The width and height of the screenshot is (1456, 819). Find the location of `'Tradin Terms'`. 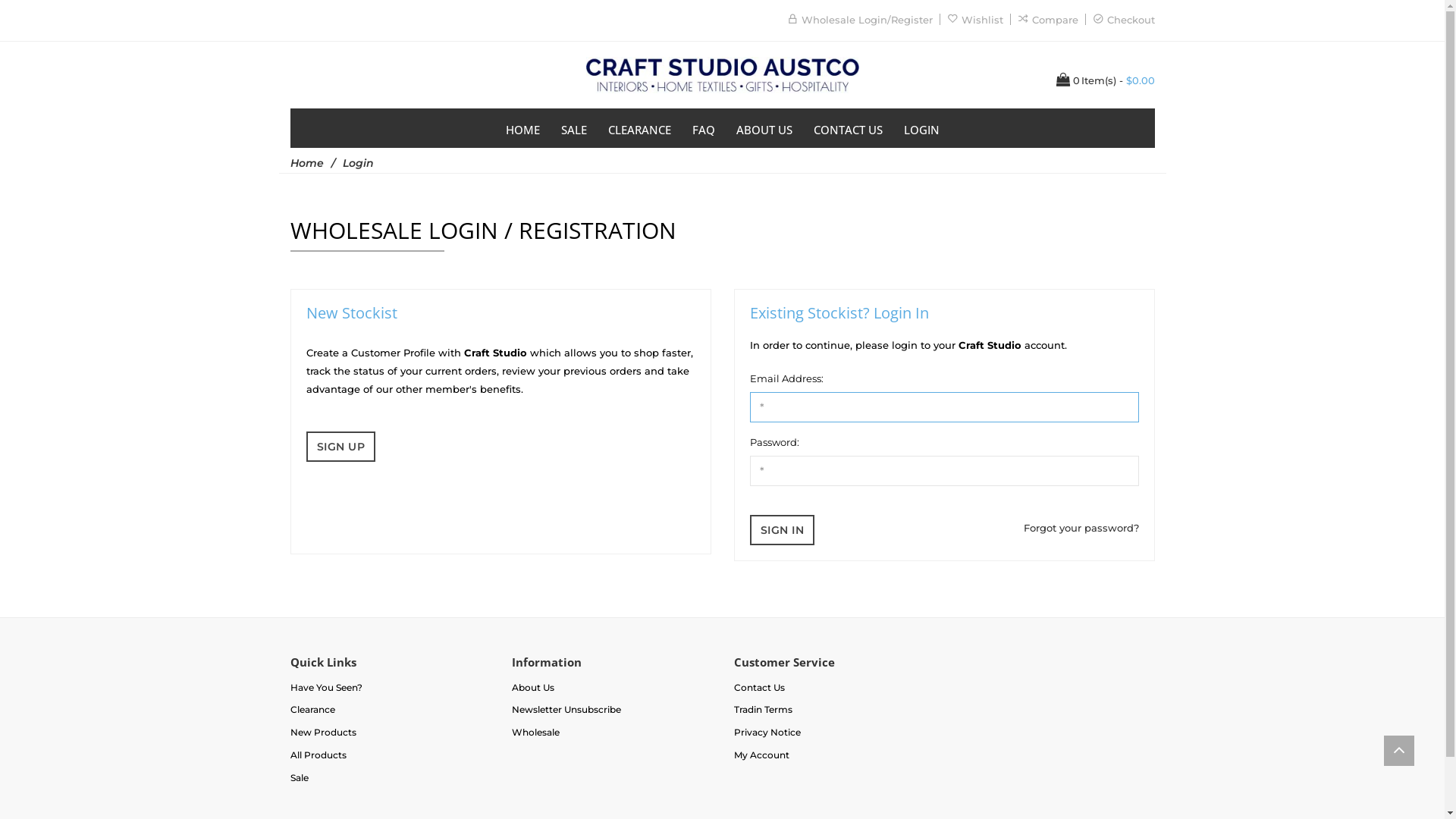

'Tradin Terms' is located at coordinates (734, 709).